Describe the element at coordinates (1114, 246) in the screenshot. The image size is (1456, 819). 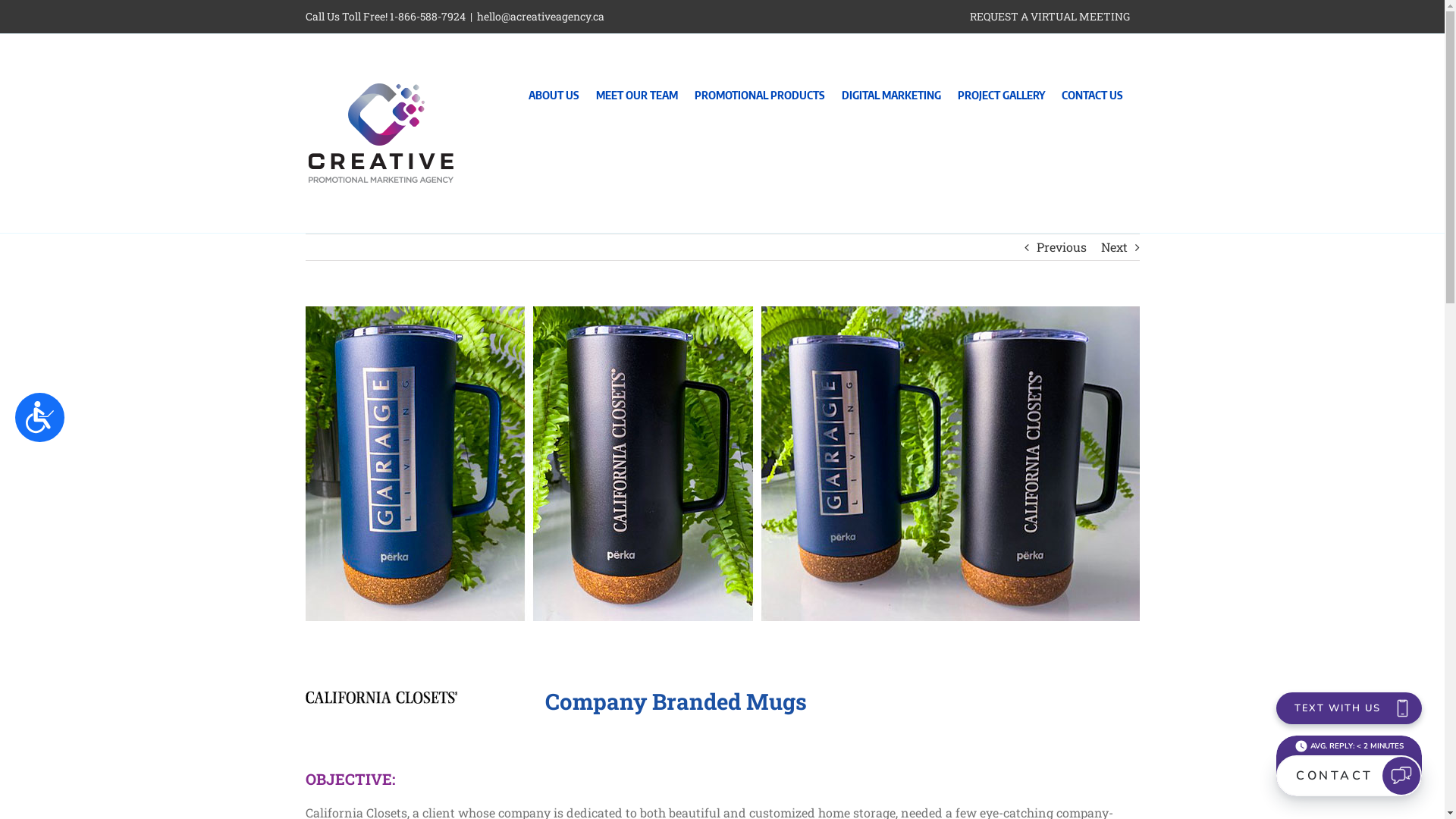
I see `'Next'` at that location.